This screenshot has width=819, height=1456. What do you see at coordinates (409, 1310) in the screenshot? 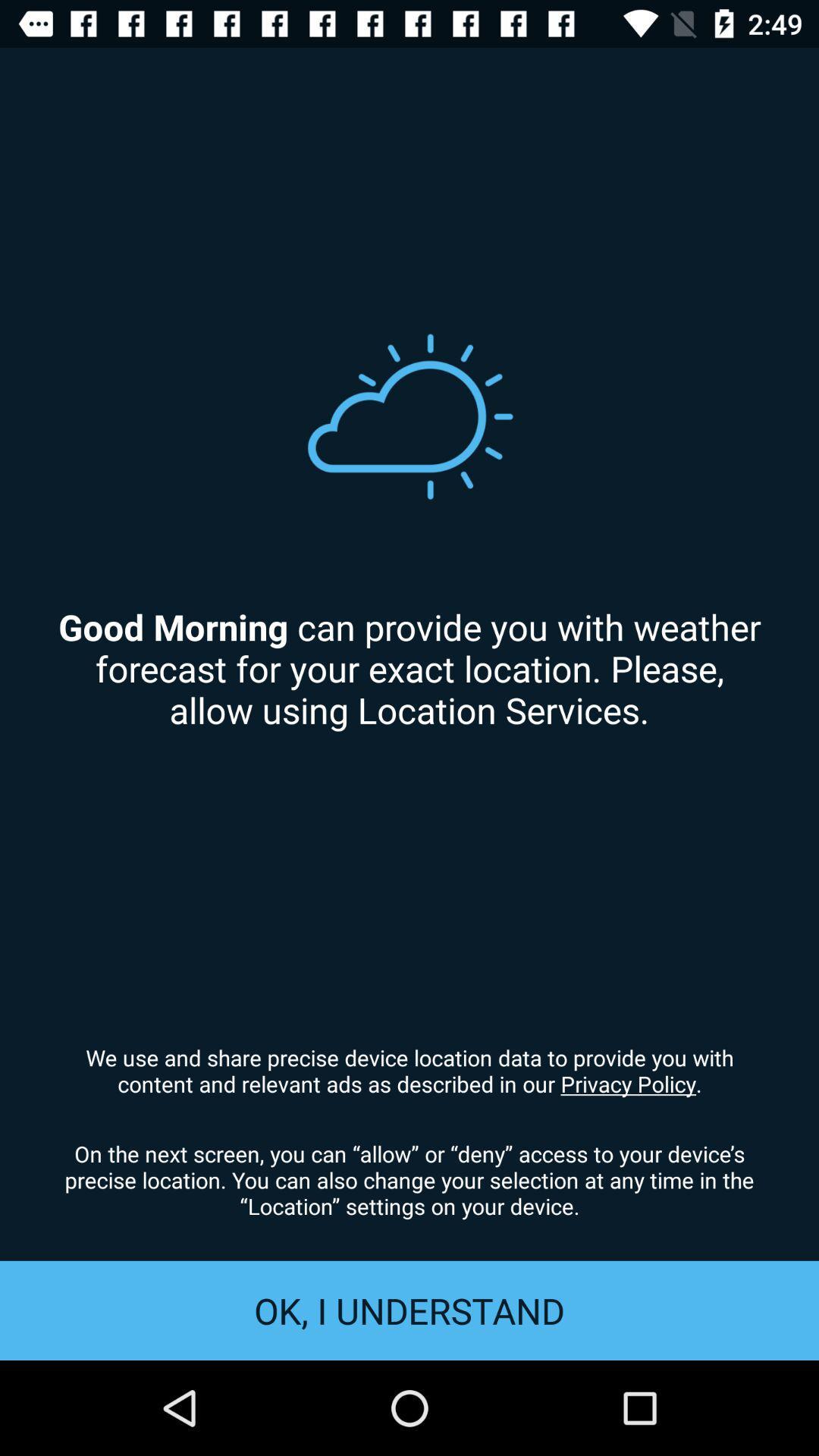
I see `the ok, i understand icon` at bounding box center [409, 1310].